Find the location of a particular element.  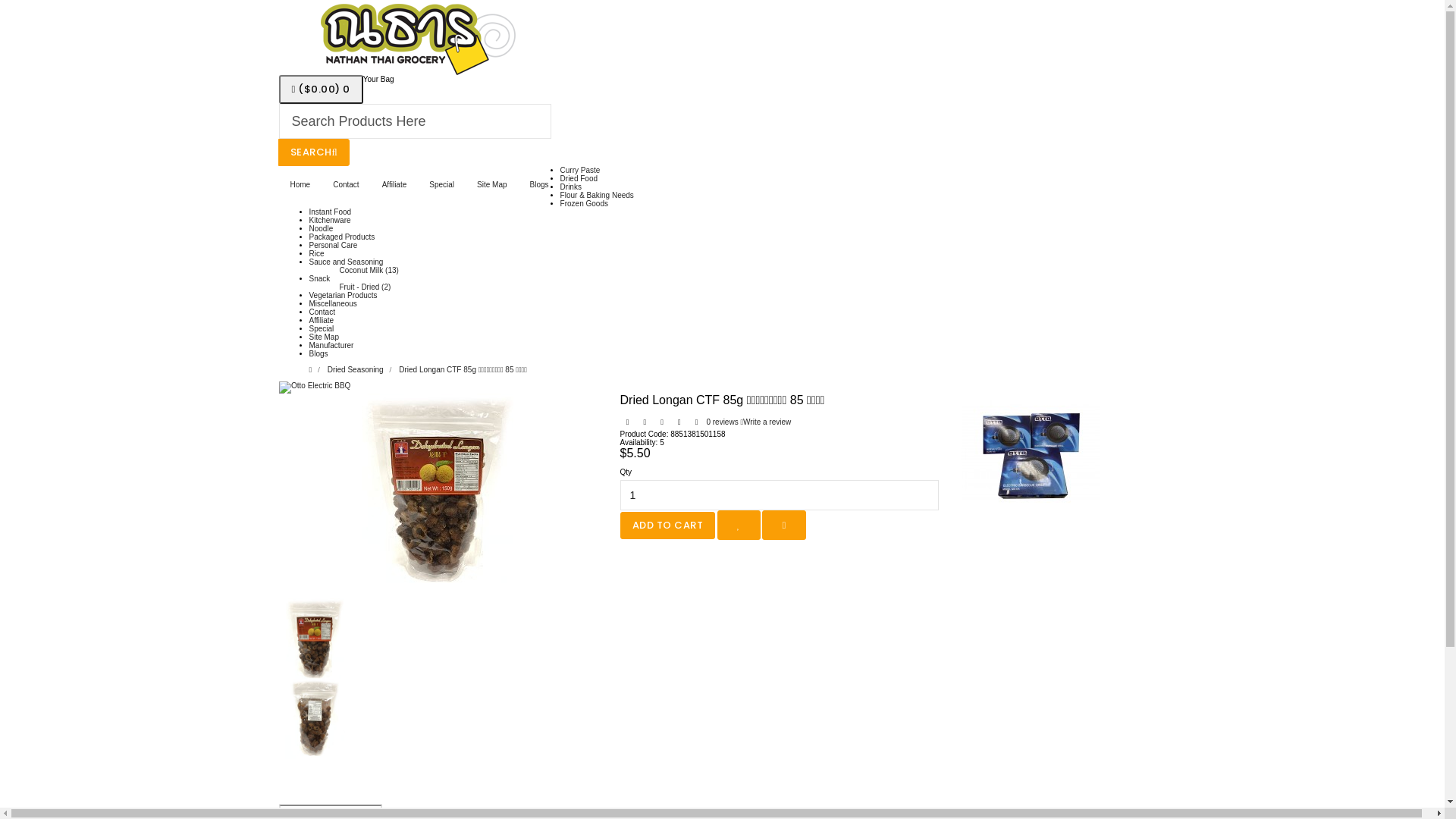

'Home' is located at coordinates (279, 184).